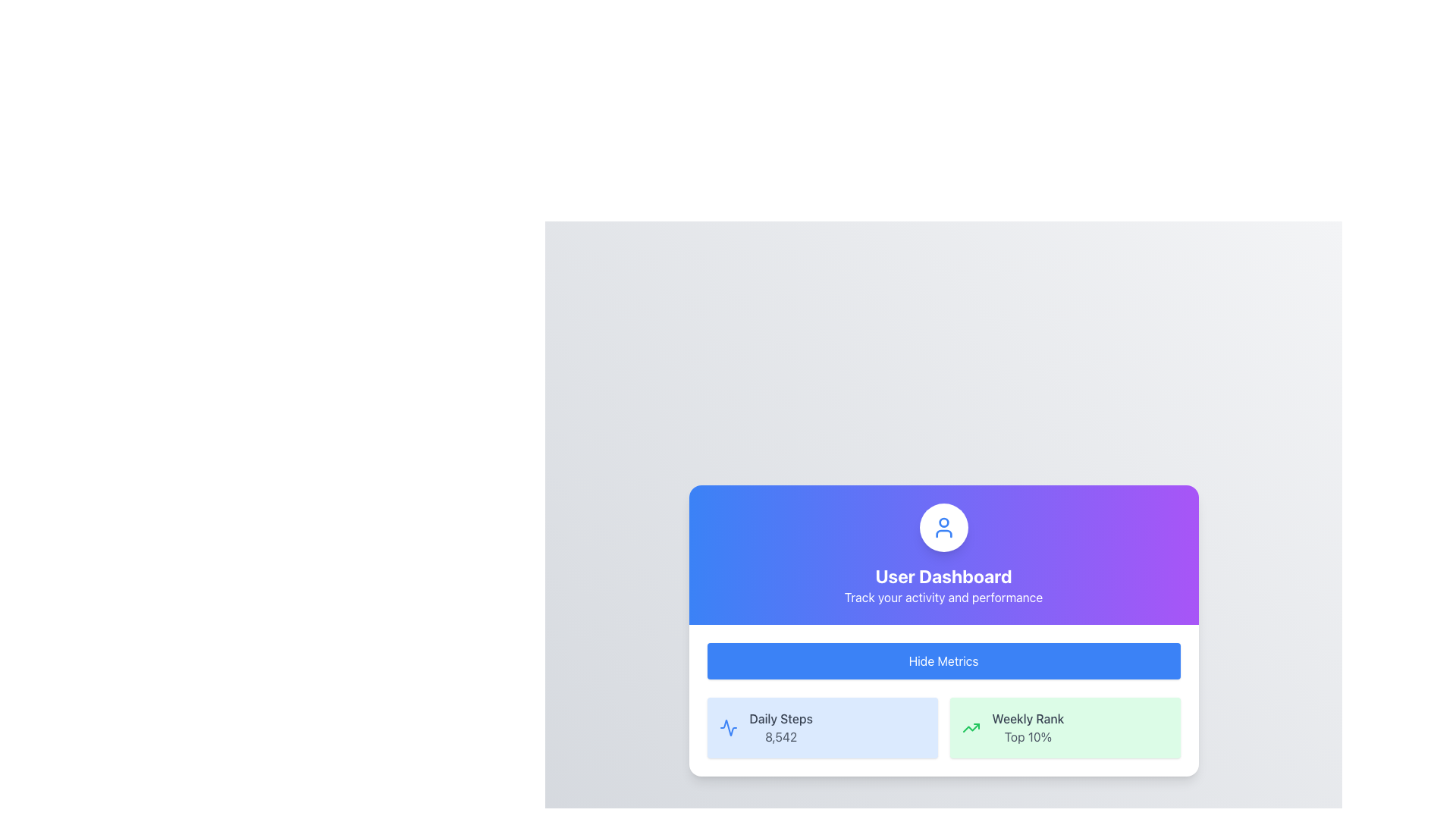 The width and height of the screenshot is (1456, 819). Describe the element at coordinates (1028, 727) in the screenshot. I see `the 'Weekly Rank' text display element, which is styled with a medium font weight and a gray color, located in the lower-right section of the card below the 'Hide Metrics' button` at that location.